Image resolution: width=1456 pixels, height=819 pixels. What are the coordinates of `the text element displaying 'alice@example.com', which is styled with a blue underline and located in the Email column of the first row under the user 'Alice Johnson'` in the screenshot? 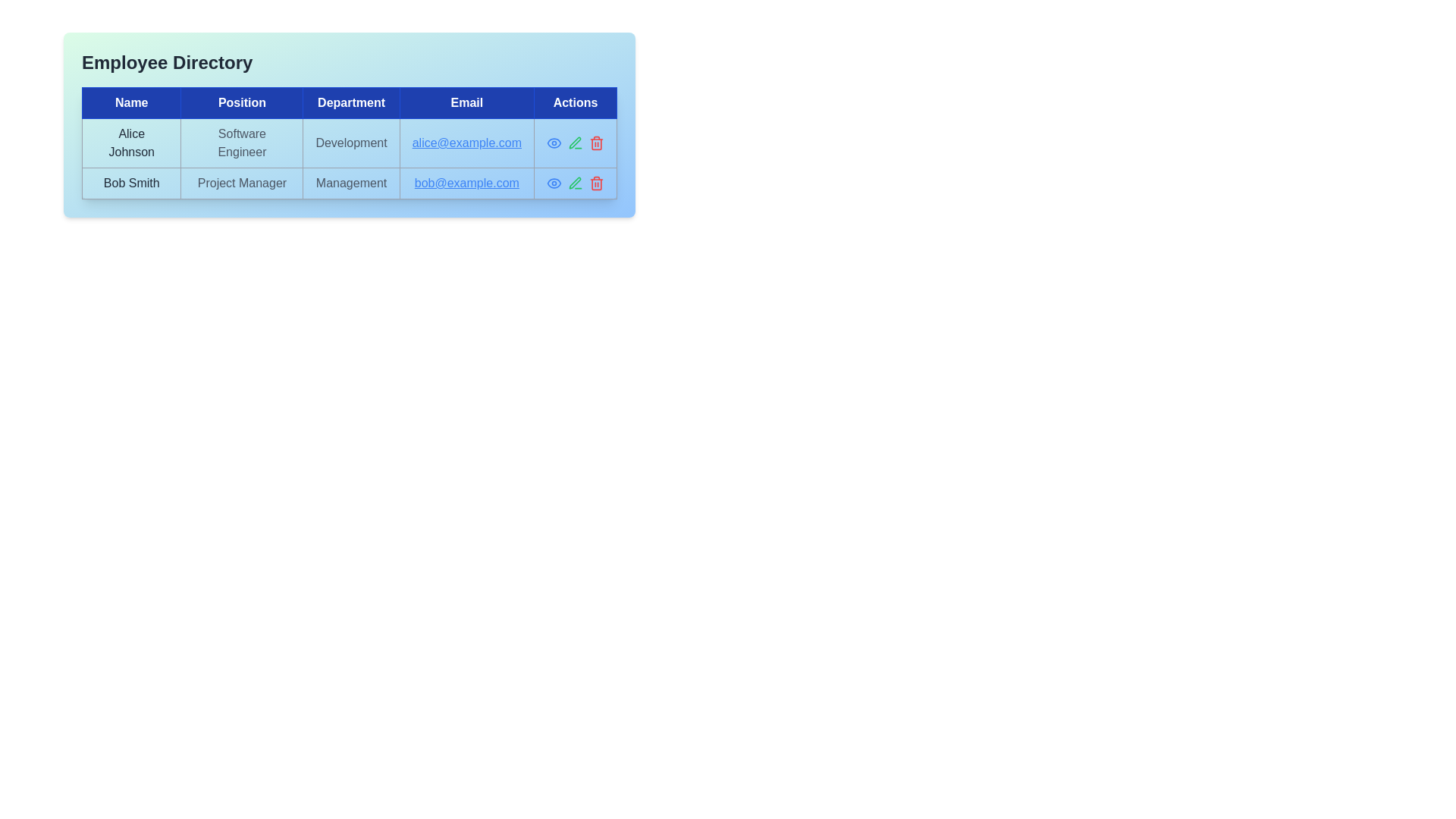 It's located at (466, 143).